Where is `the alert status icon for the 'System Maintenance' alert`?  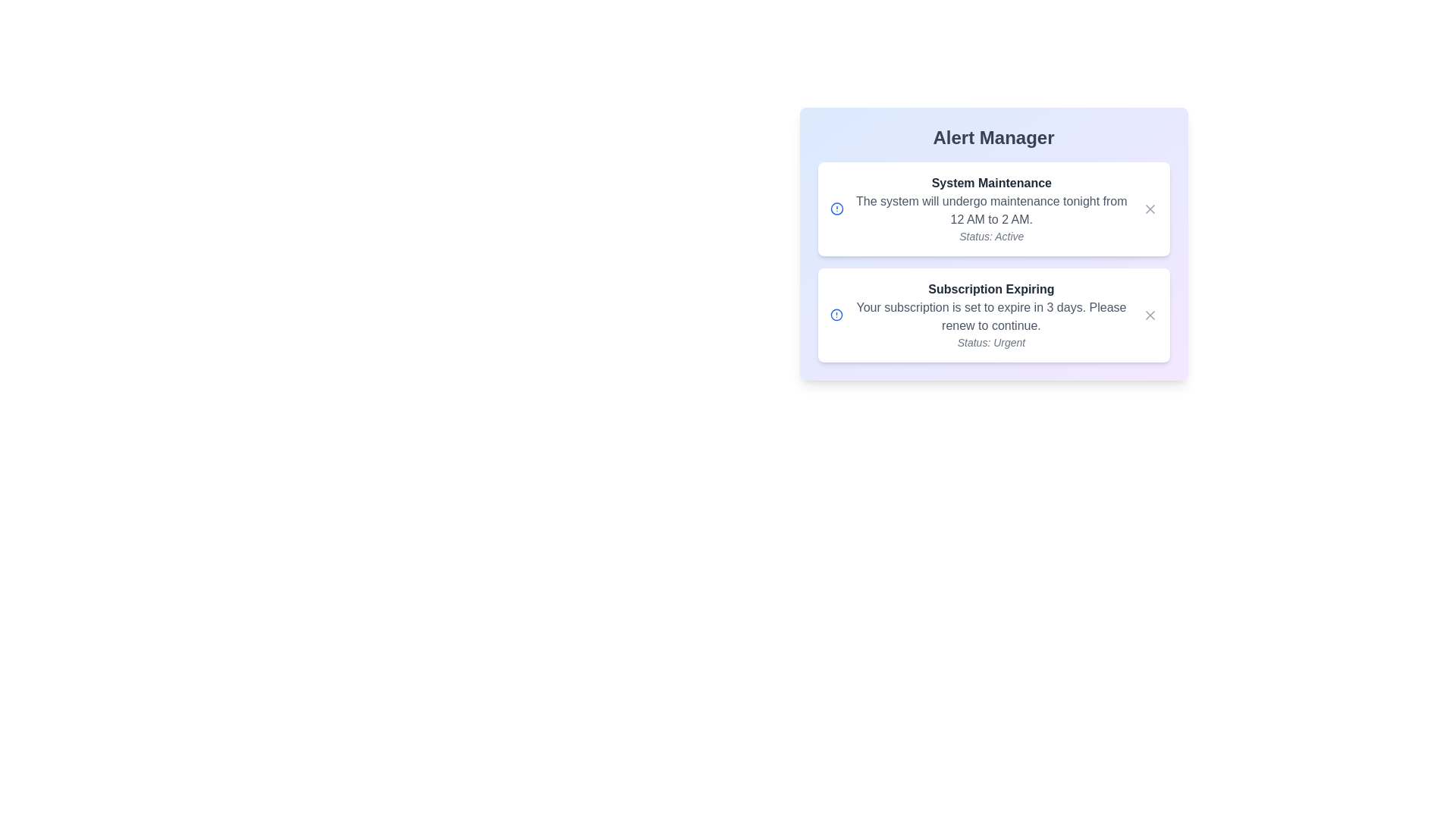 the alert status icon for the 'System Maintenance' alert is located at coordinates (836, 209).